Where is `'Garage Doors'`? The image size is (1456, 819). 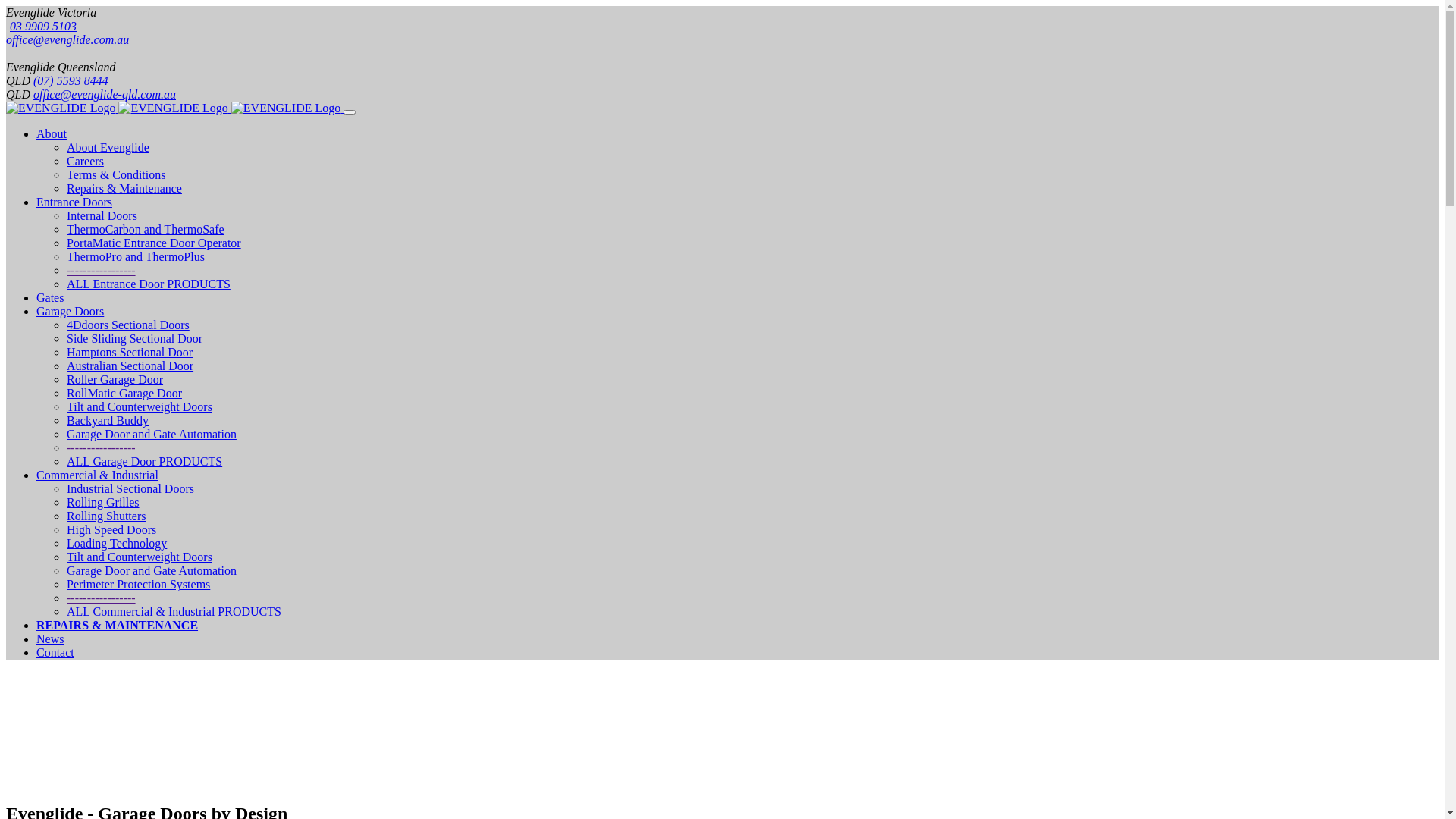 'Garage Doors' is located at coordinates (69, 310).